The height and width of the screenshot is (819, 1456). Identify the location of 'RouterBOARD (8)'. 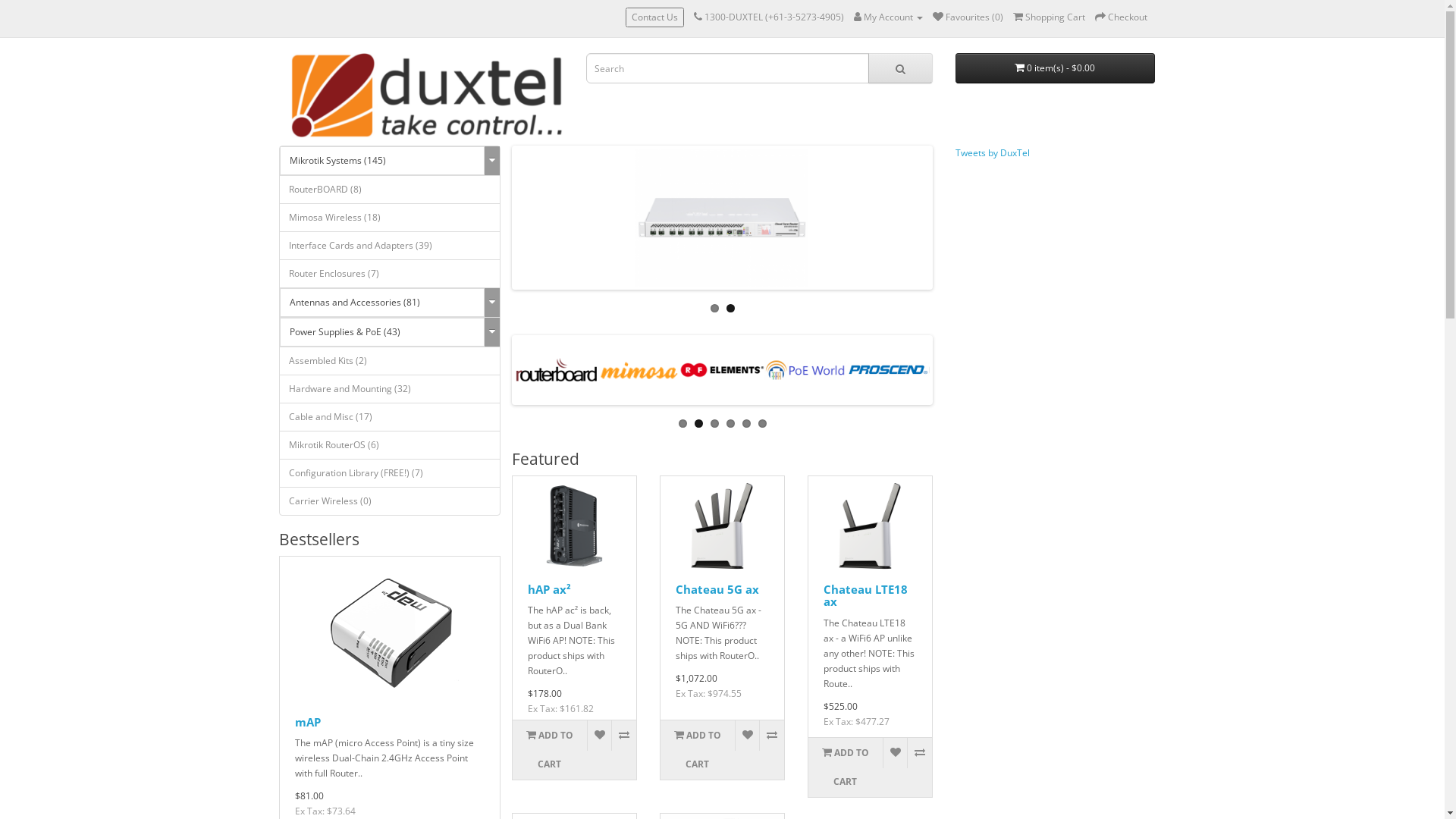
(390, 189).